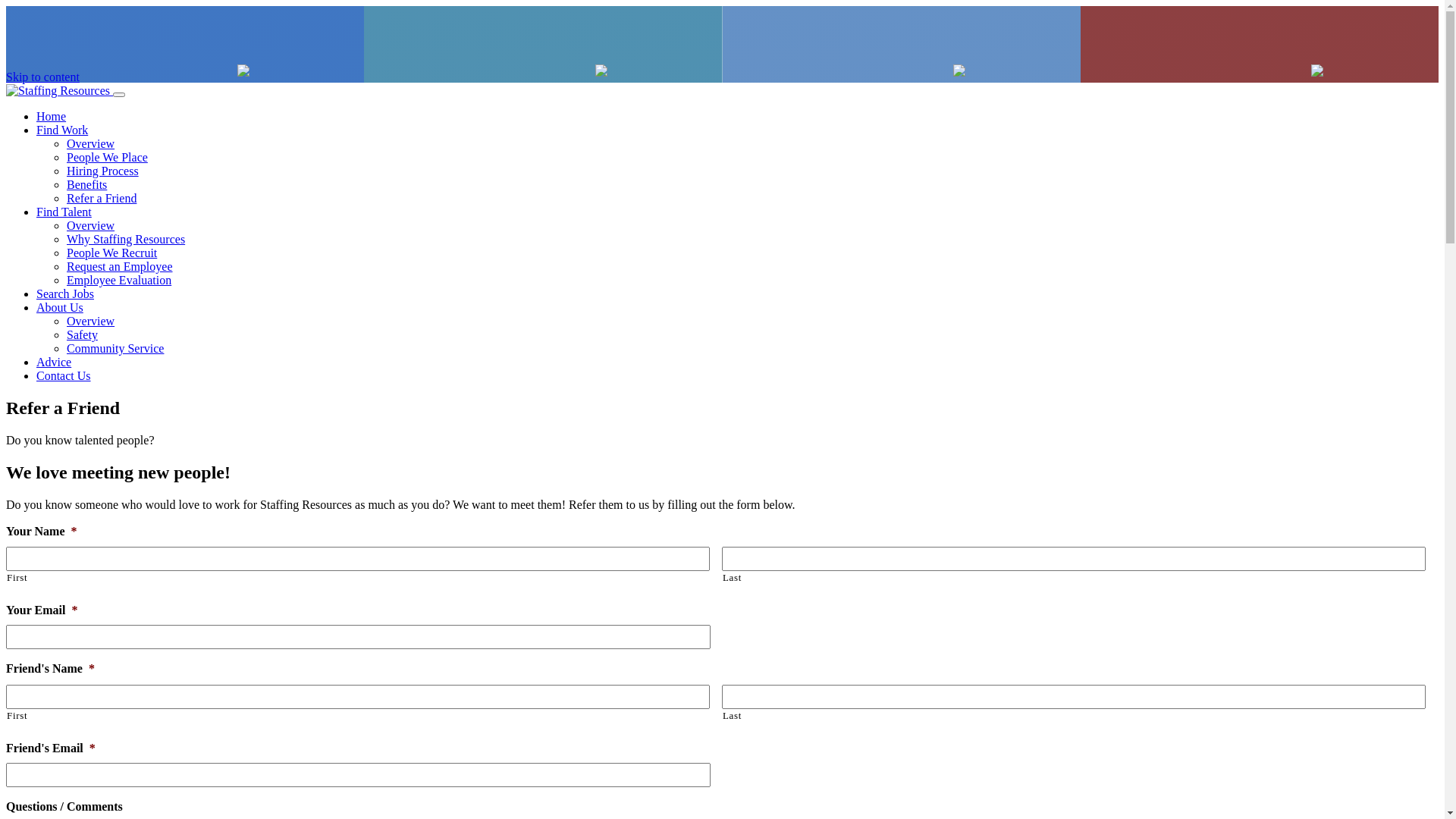  What do you see at coordinates (89, 320) in the screenshot?
I see `'Overview'` at bounding box center [89, 320].